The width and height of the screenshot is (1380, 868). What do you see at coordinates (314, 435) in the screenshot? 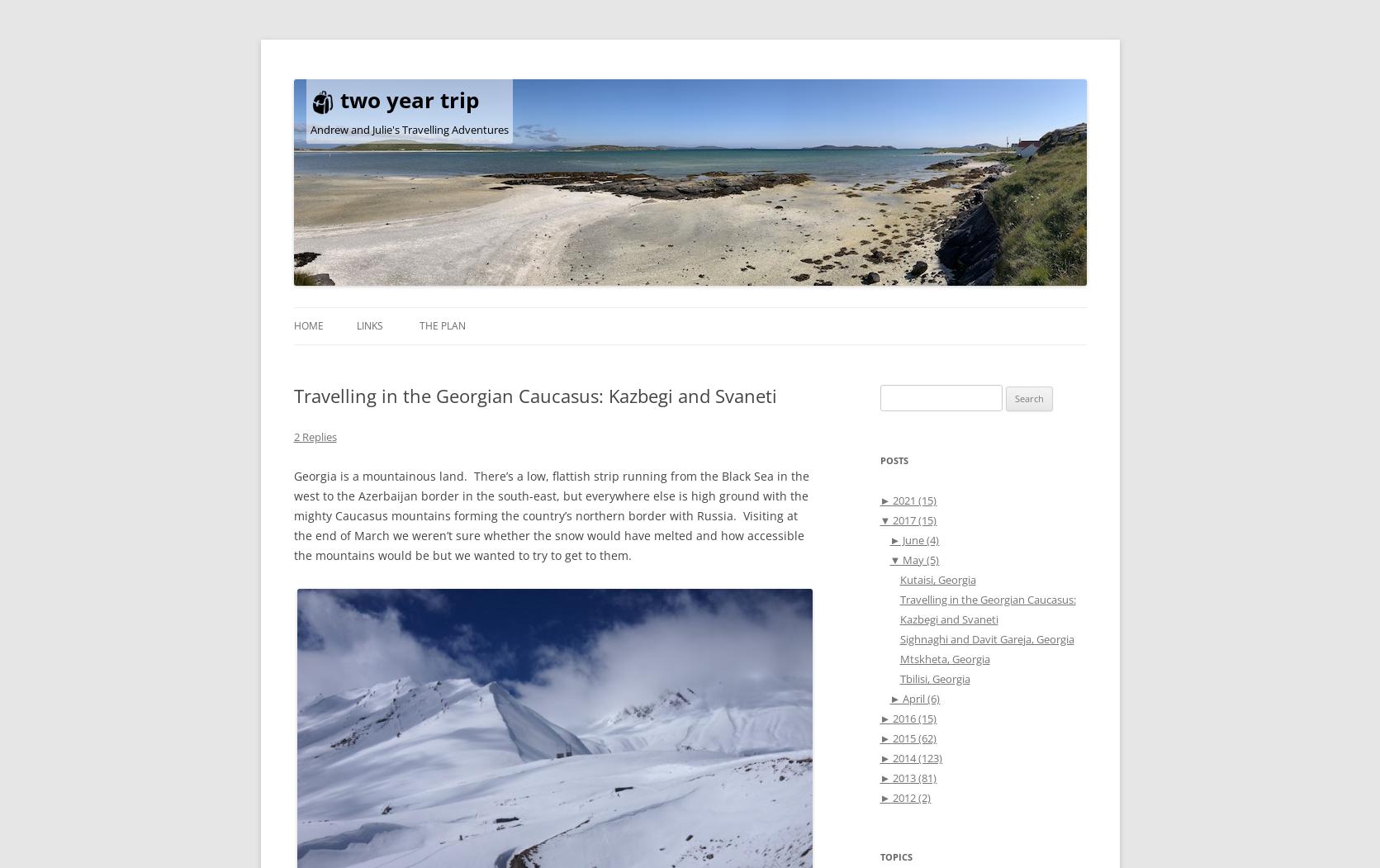
I see `'2 Replies'` at bounding box center [314, 435].